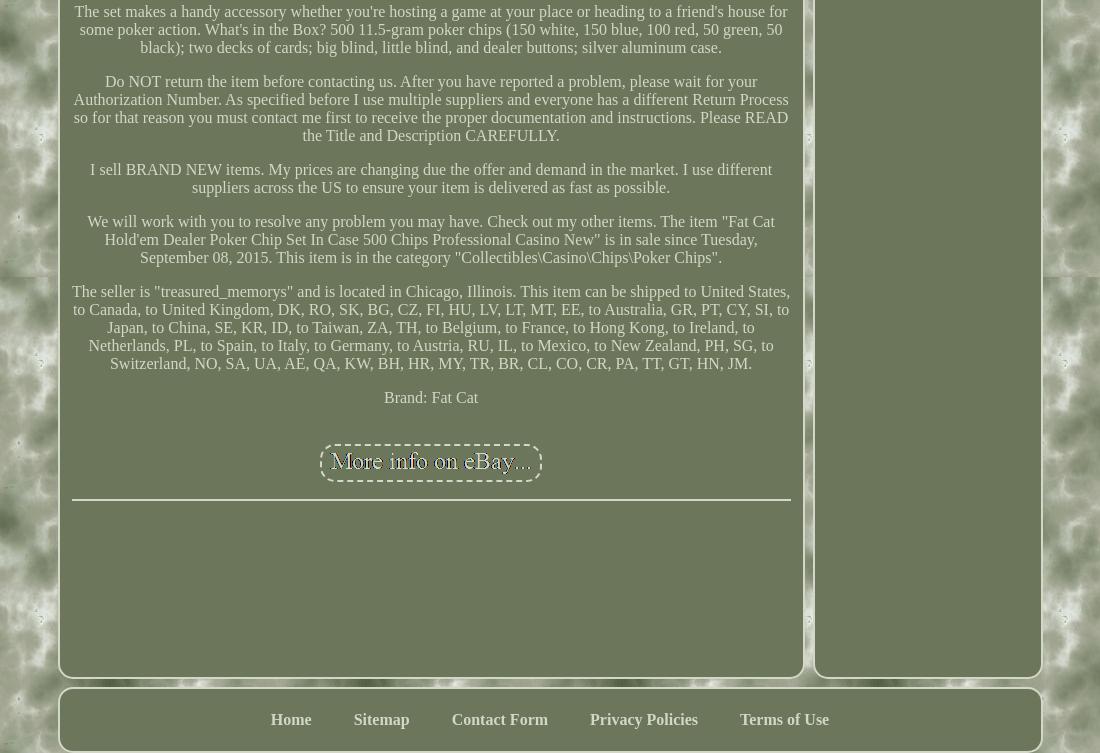 This screenshot has height=753, width=1100. Describe the element at coordinates (429, 28) in the screenshot. I see `'The set makes a handy accessory whether you're hosting a game at your place or heading to a friend's house for some poker action. What's in the Box? 500 11.5-gram poker chips (150 white, 150 blue, 100 red, 50 green, 50 black); two decks of cards; big blind, little blind, and dealer buttons; silver aluminum case.'` at that location.